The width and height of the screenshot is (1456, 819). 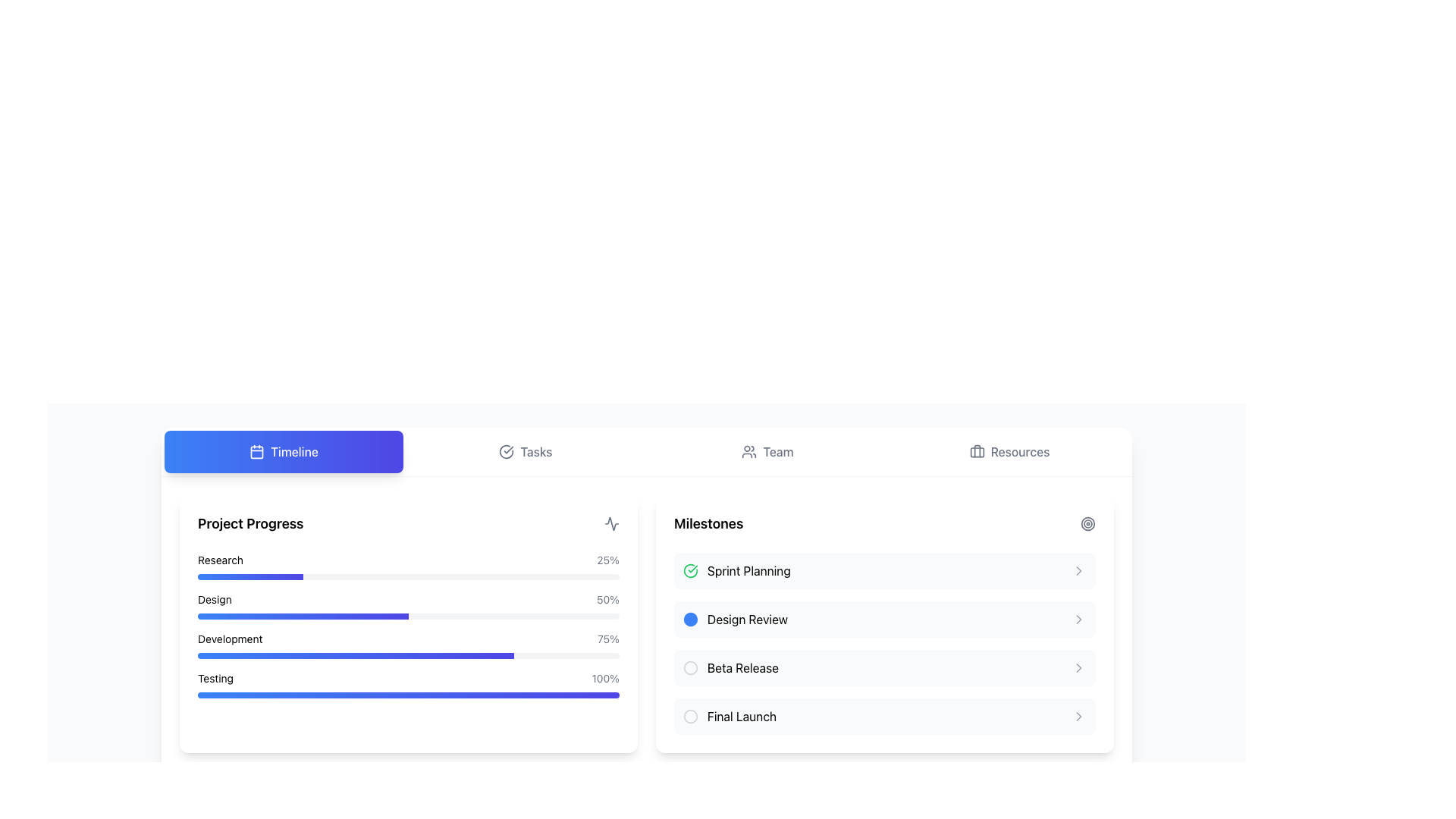 I want to click on displayed text from the Text Label indicating the percentage completion of the development process located in the 'Project Progress' section, next to the visual progress bar, so click(x=608, y=639).